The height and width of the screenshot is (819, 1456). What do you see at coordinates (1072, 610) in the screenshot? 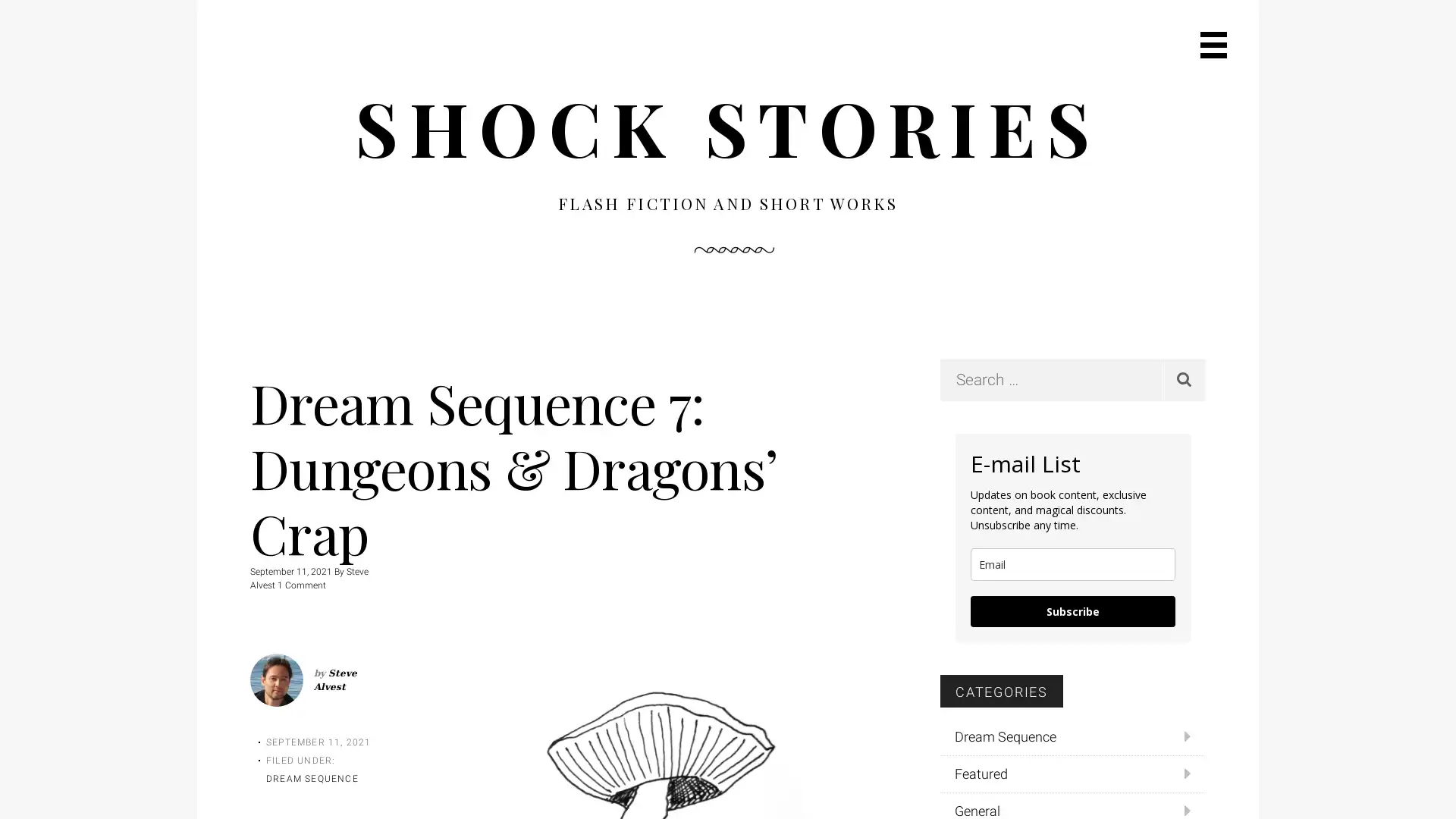
I see `Subscribe` at bounding box center [1072, 610].